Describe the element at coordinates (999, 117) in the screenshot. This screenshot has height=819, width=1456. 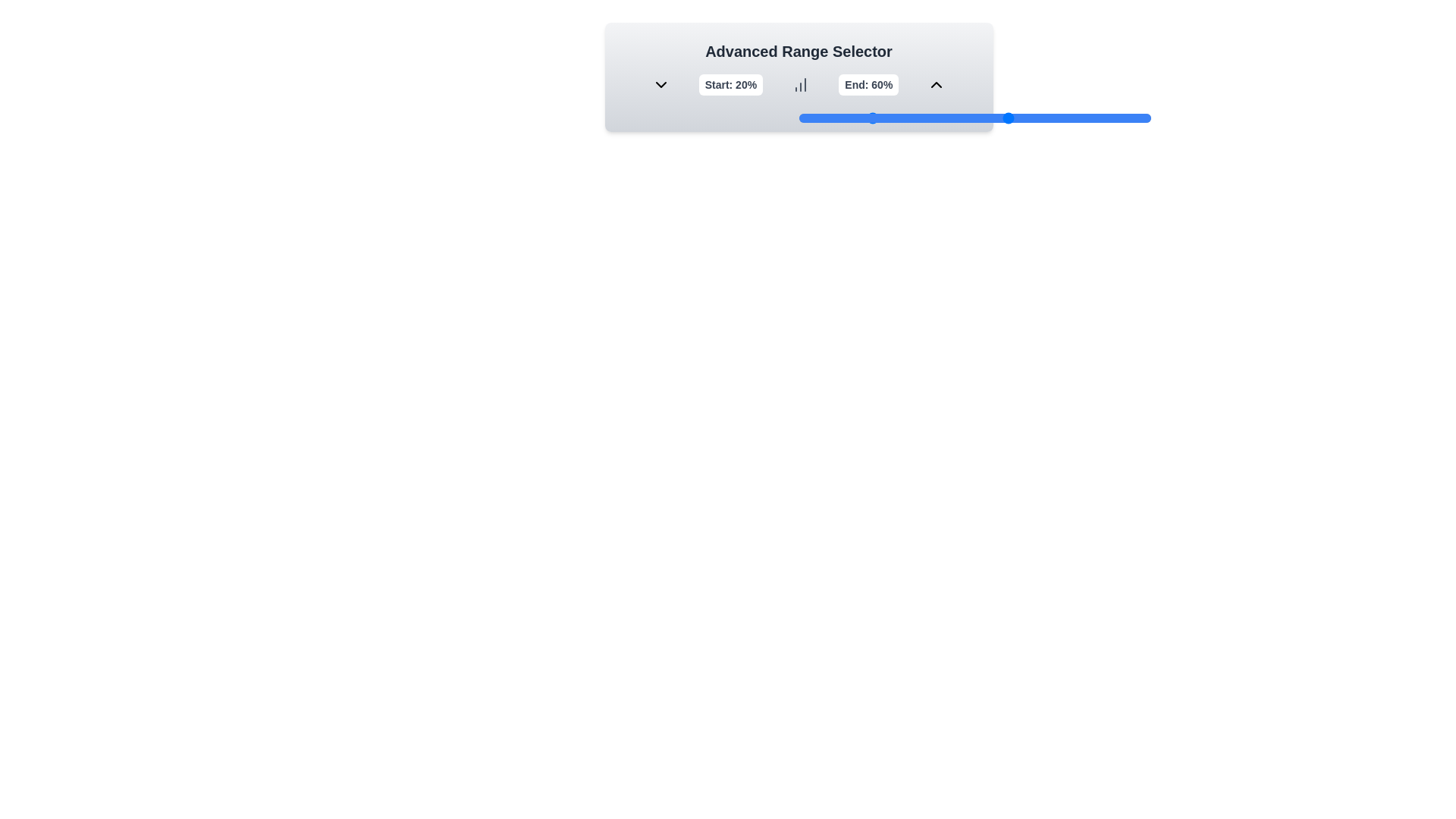
I see `the end range slider to 57%` at that location.